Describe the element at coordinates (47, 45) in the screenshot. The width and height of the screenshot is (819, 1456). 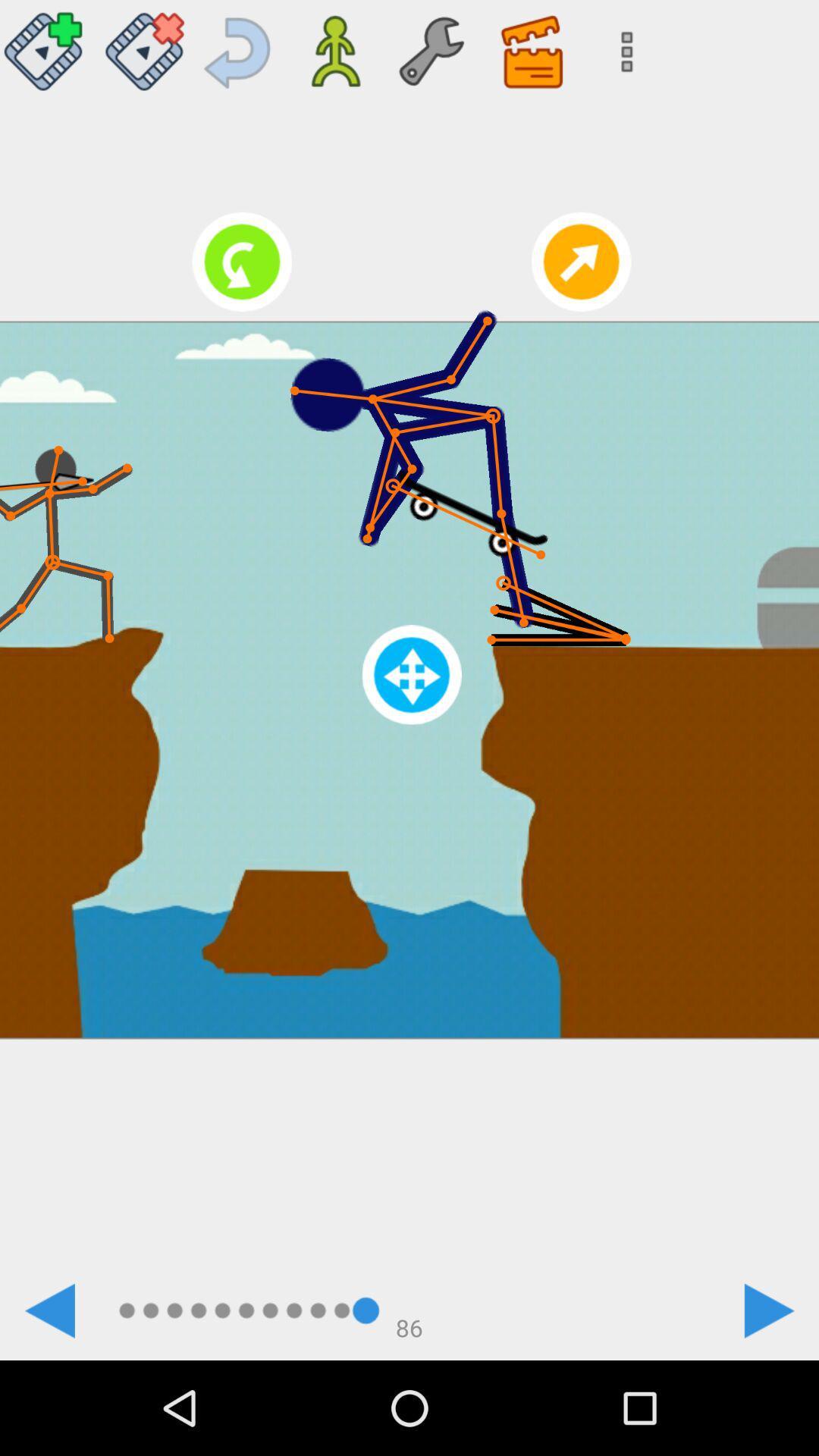
I see `any one` at that location.